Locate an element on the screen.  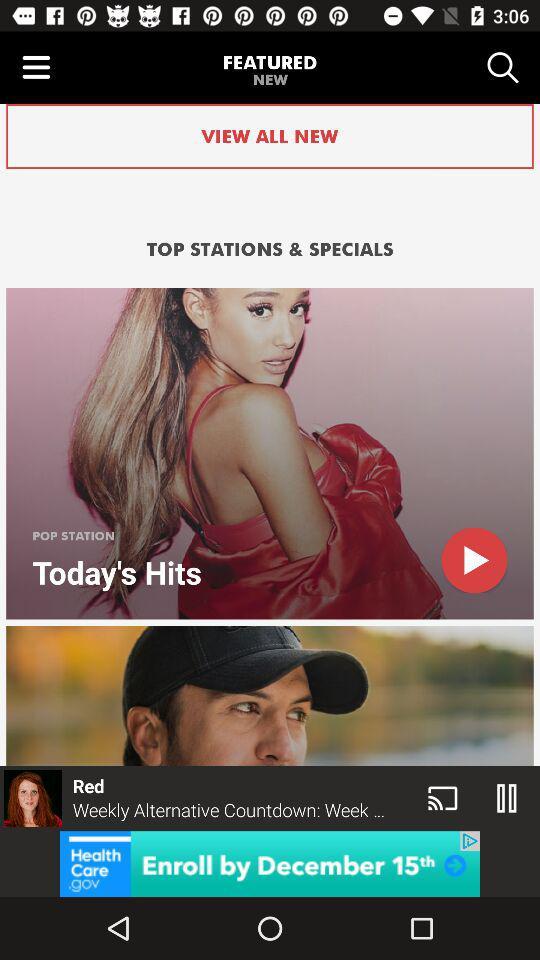
the pause icon is located at coordinates (507, 798).